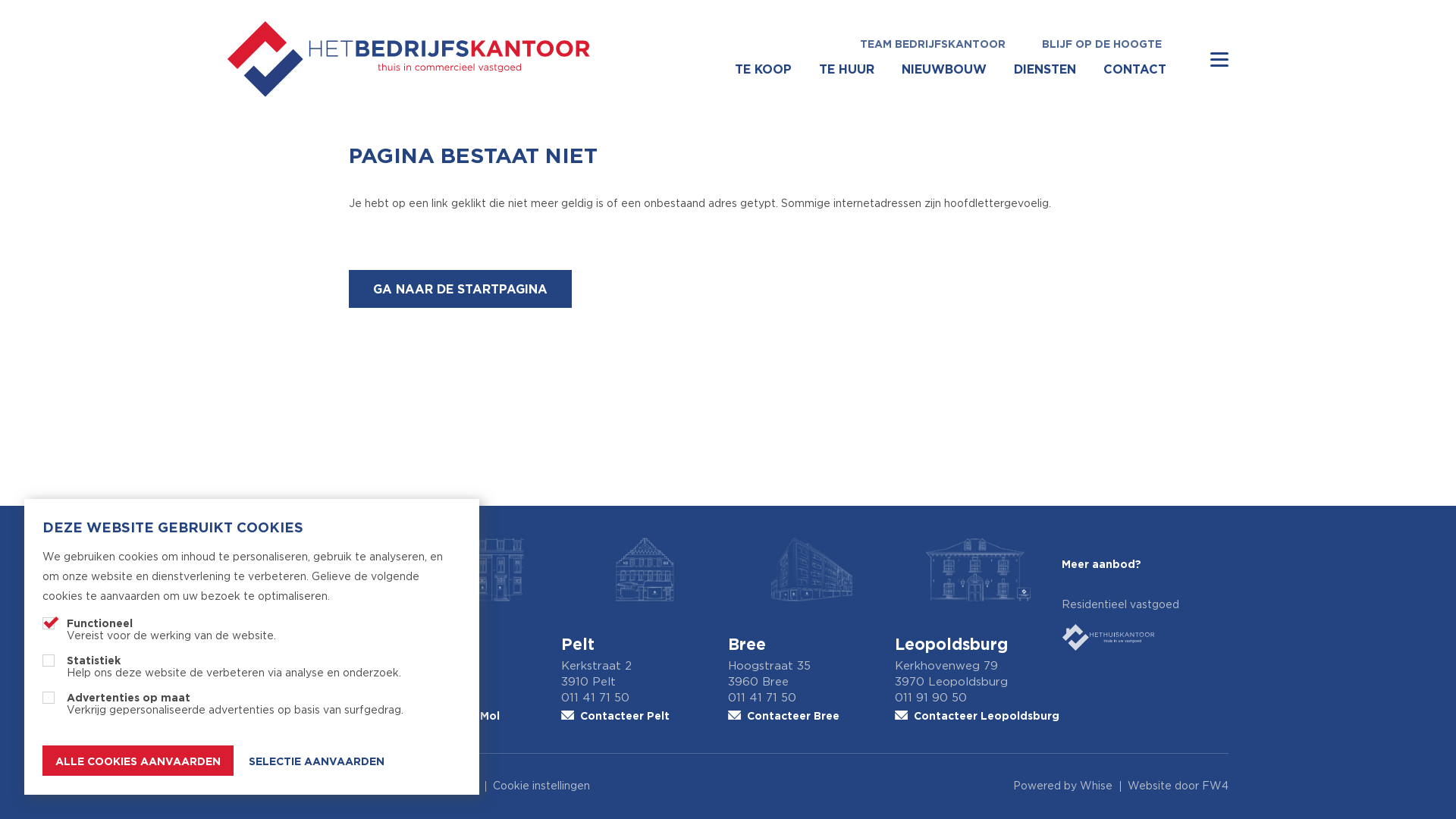  I want to click on 'CONTACT', so click(1134, 69).